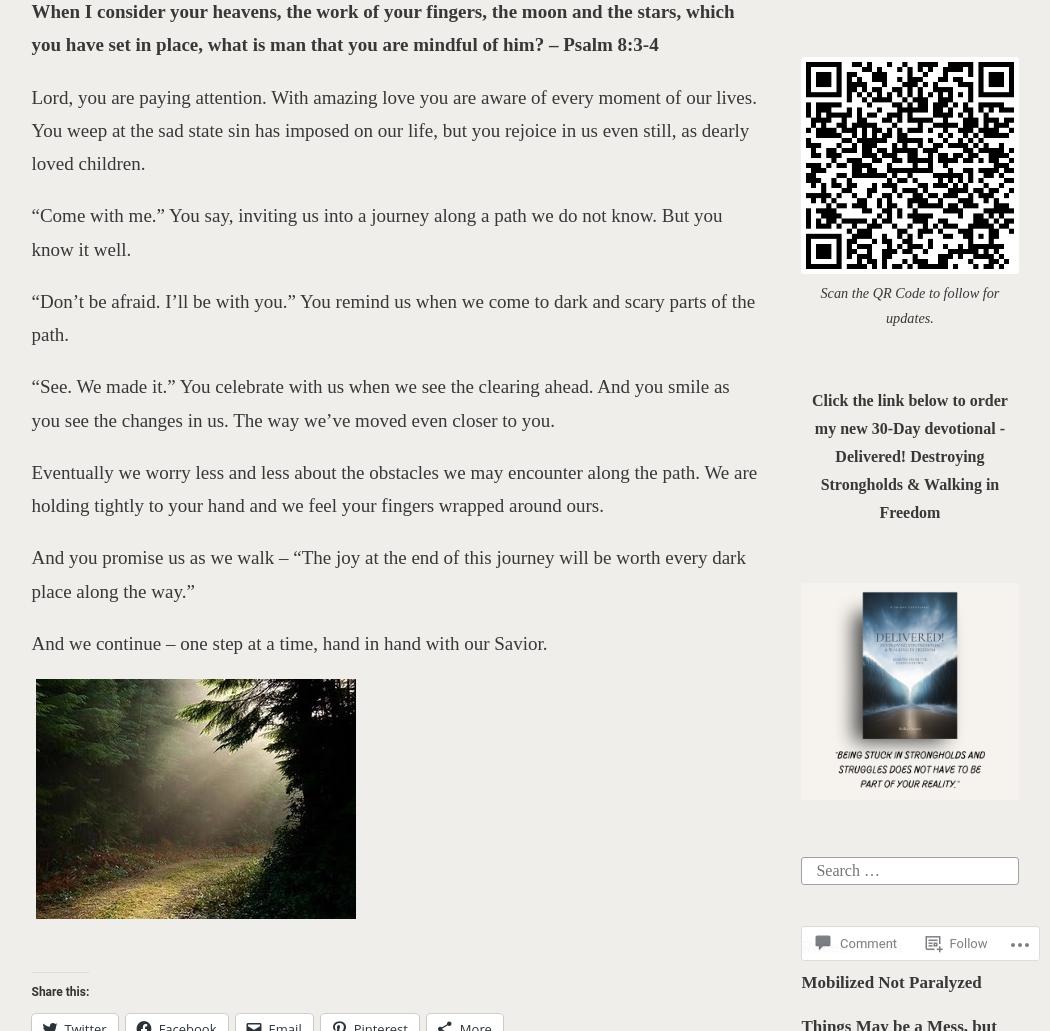 This screenshot has width=1050, height=1031. What do you see at coordinates (376, 231) in the screenshot?
I see `'“Come with me.” You say, inviting us into a journey along a path we do not know. But you know it well.'` at bounding box center [376, 231].